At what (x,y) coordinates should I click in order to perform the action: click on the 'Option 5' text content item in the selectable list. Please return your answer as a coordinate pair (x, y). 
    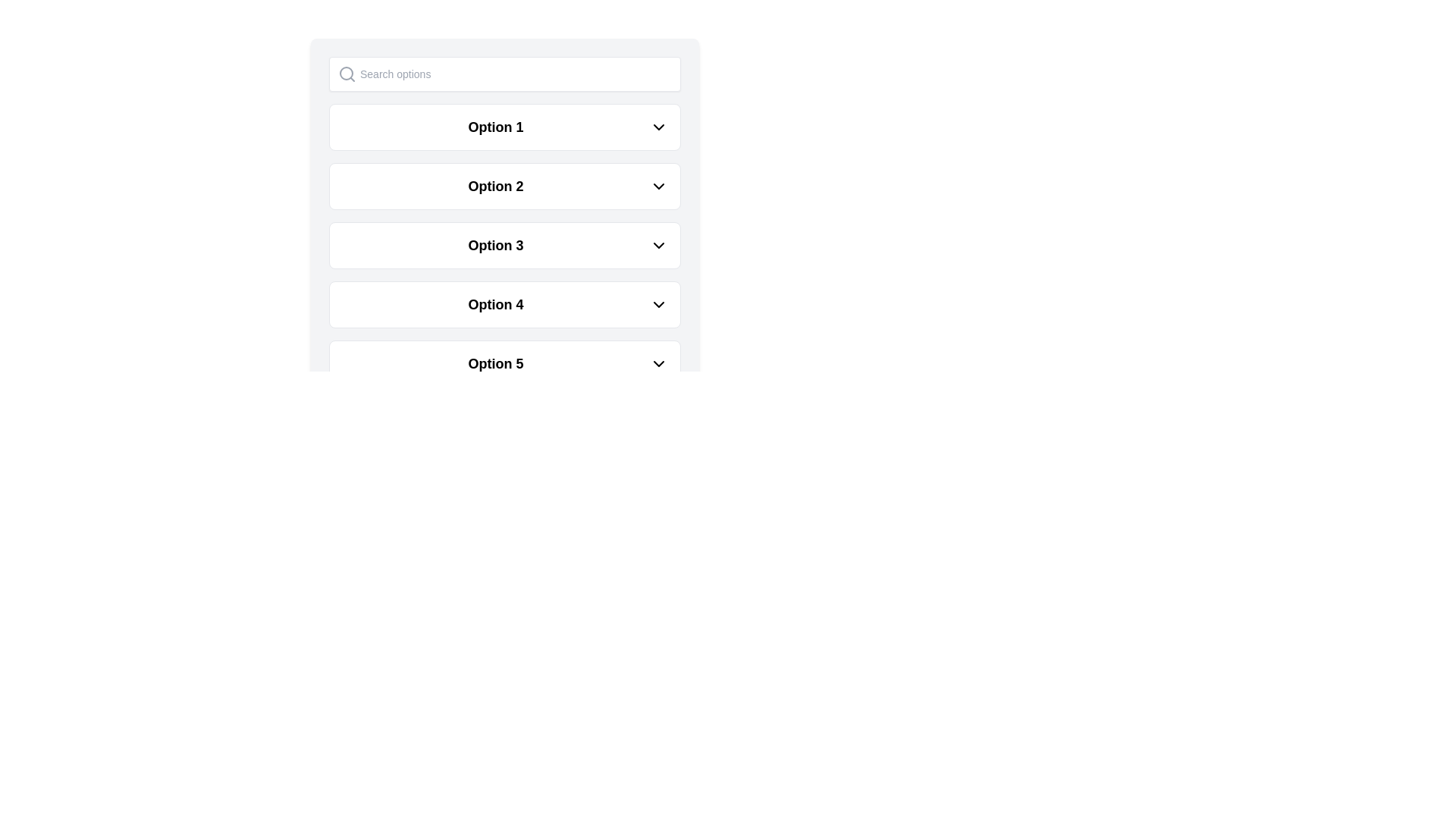
    Looking at the image, I should click on (495, 363).